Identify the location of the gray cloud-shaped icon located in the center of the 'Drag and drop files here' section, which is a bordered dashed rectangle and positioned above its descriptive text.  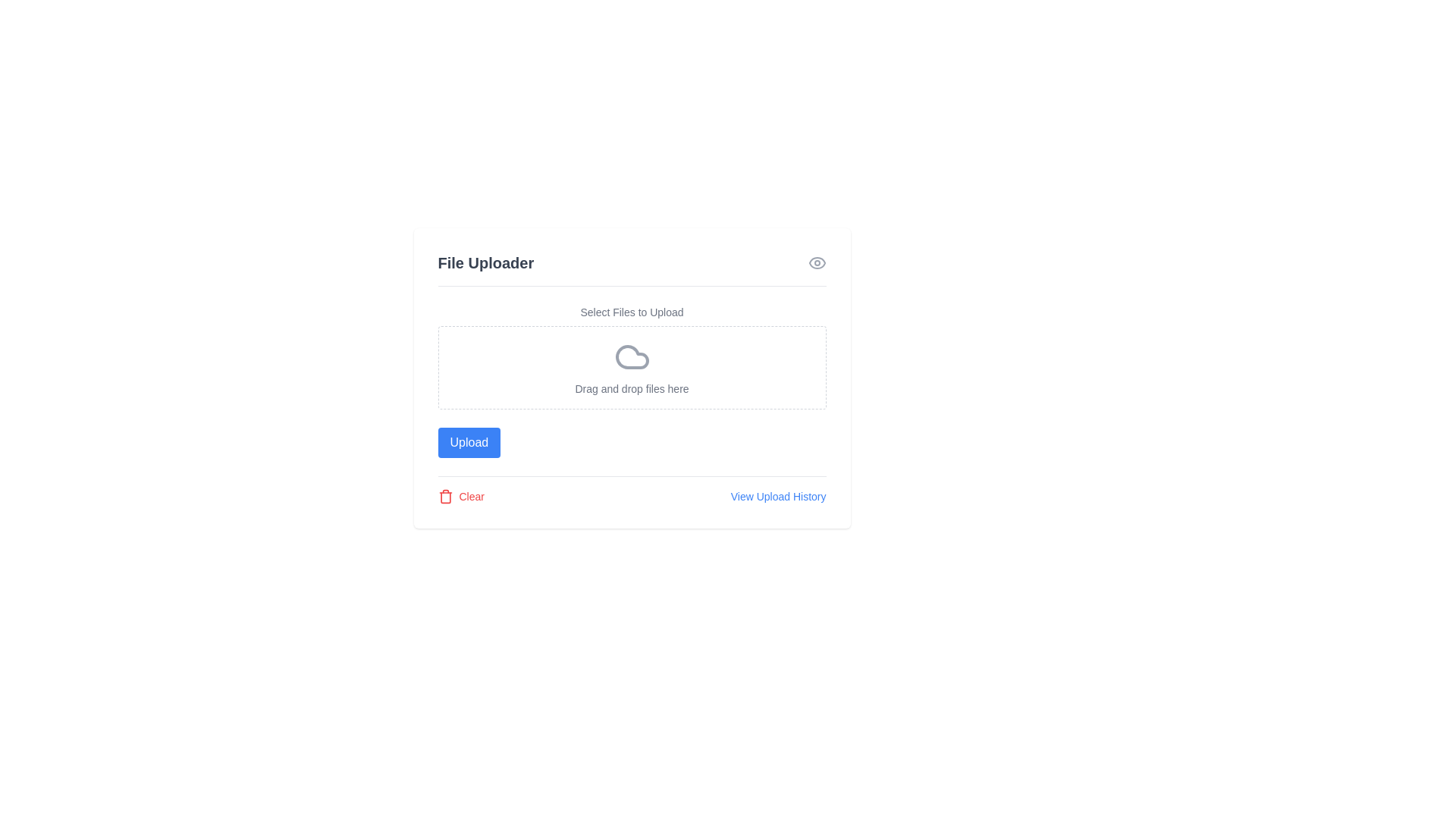
(632, 356).